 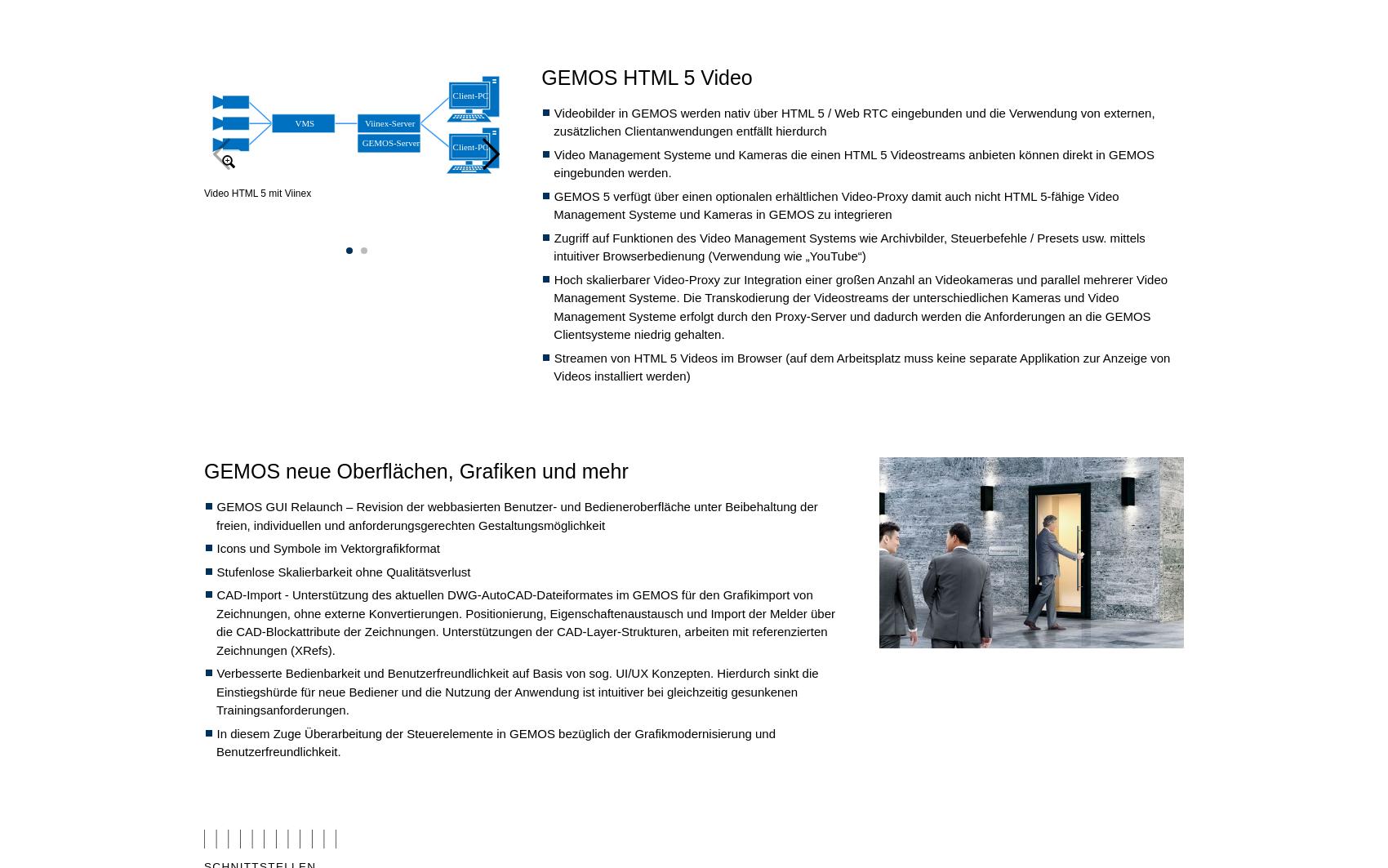 I want to click on 'Verbesserte Bedienbarkeit und Benutzerfreundlichkeit auf Basis von sog. UI/UX Konzepten. Hierdurch sinkt die Einstiegshürde für neue Bediener und die Nutzung der Anwendung ist intuitiver bei gleichzeitig gesunkenen Trainingsanforderungen.', so click(x=516, y=690).